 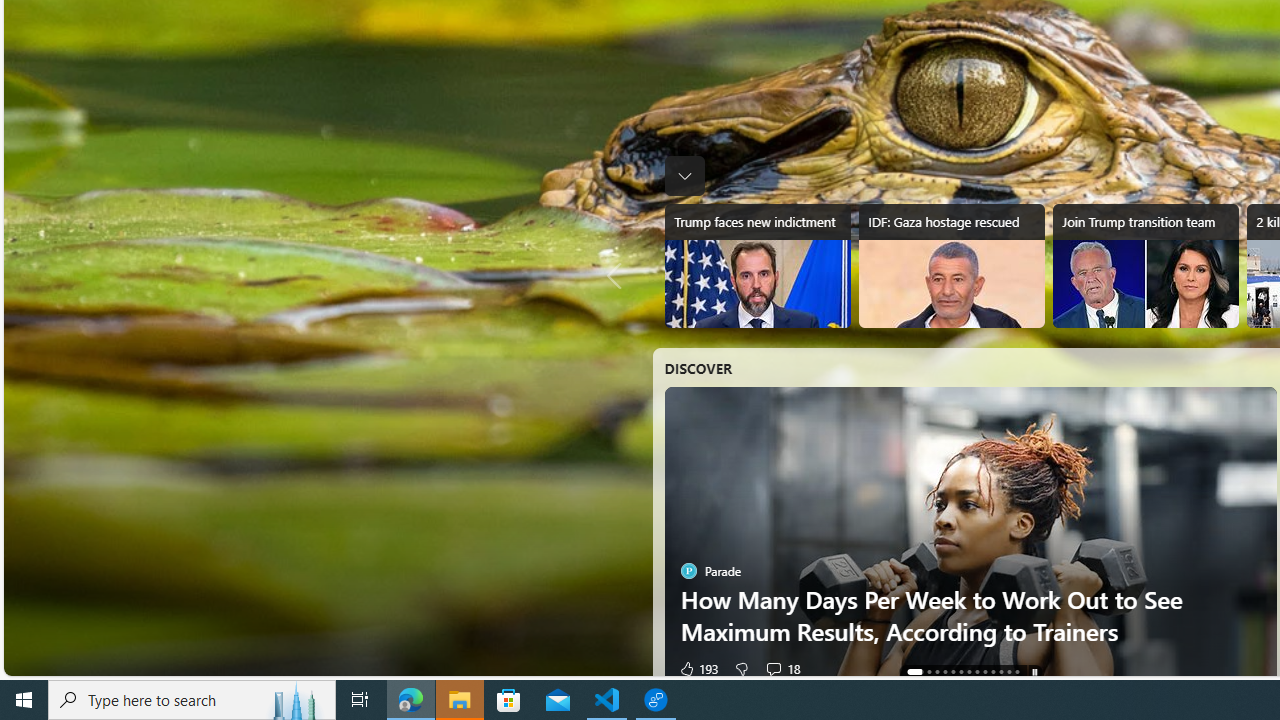 I want to click on 'AutomationID: tab-7', so click(x=976, y=672).